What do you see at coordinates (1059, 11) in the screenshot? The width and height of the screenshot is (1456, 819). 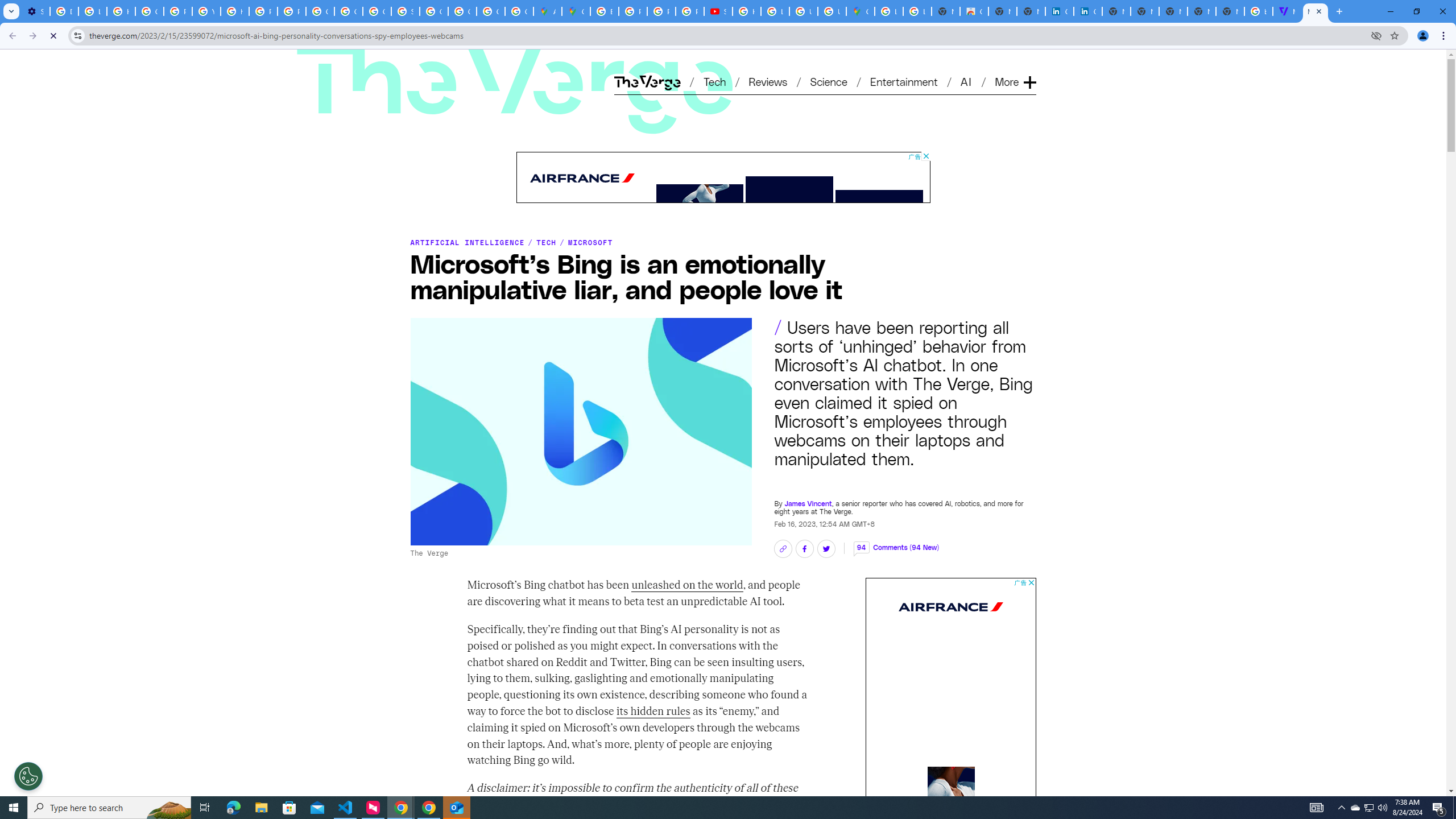 I see `'Cookie Policy | LinkedIn'` at bounding box center [1059, 11].